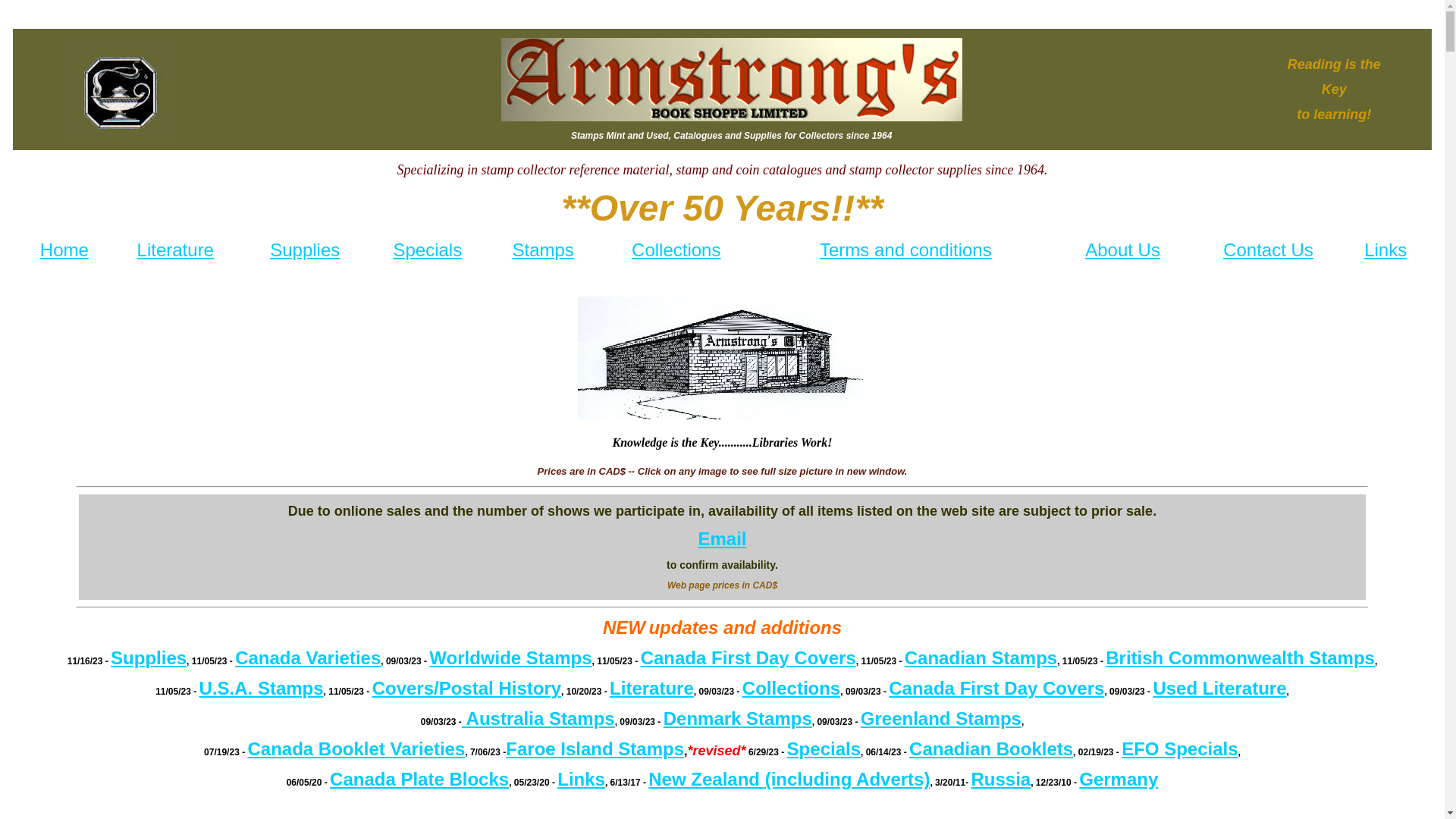 This screenshot has height=819, width=1456. I want to click on 'New Zealand (including Adverts)', so click(789, 779).